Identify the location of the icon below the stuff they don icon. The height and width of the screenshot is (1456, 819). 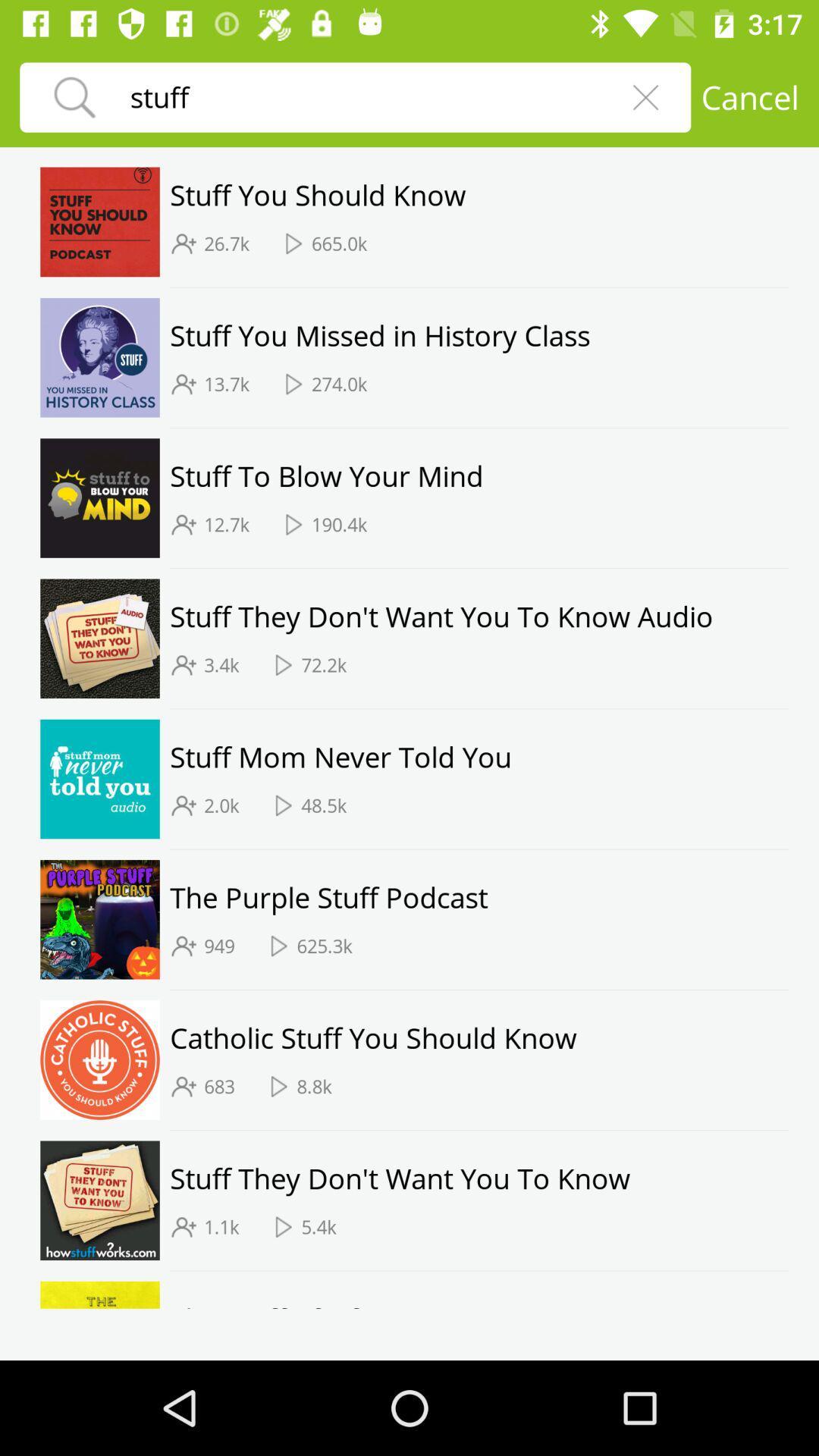
(221, 1227).